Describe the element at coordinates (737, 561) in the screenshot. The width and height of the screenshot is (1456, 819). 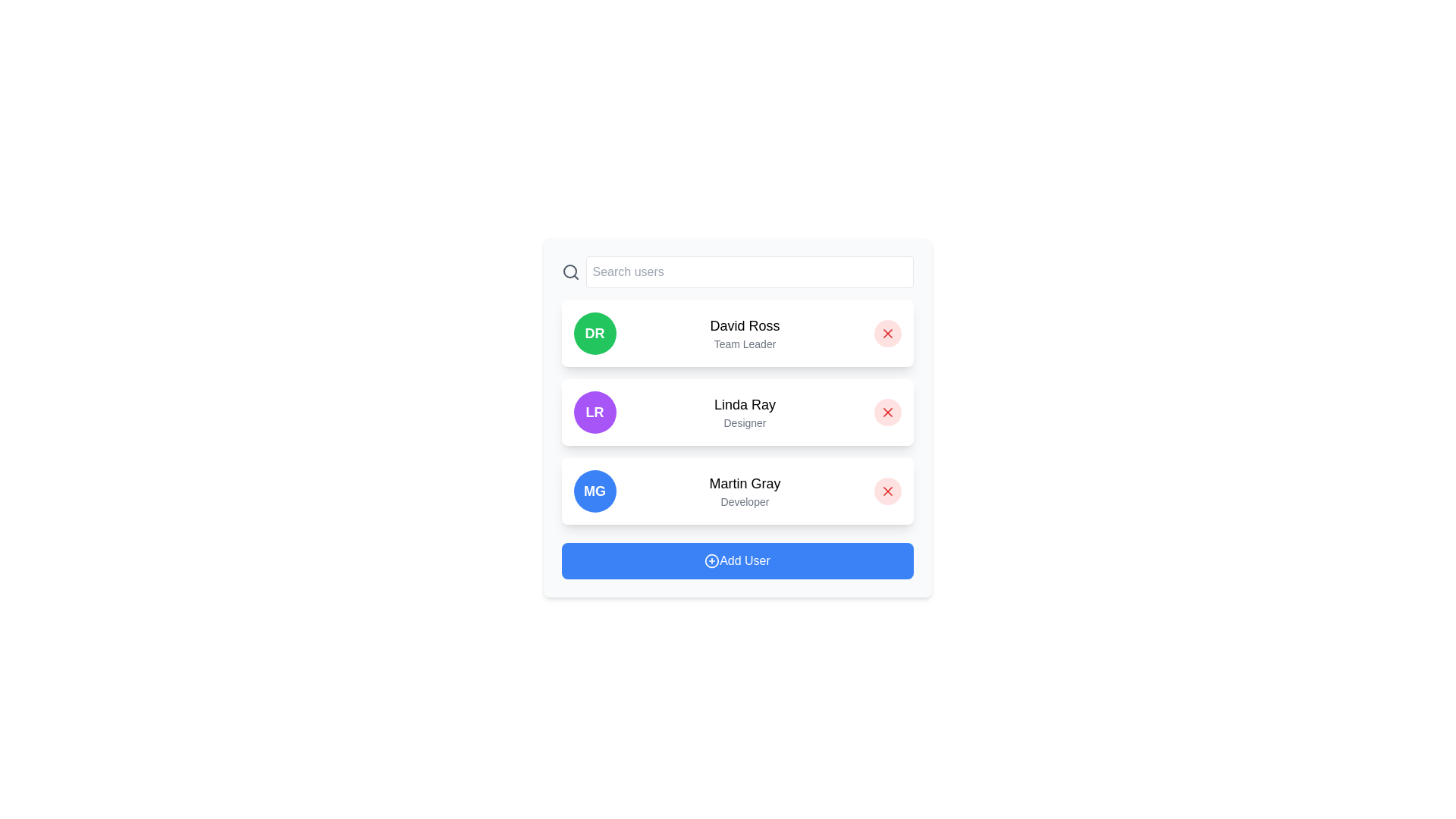
I see `the 'Add User' button with a blue background and white text` at that location.